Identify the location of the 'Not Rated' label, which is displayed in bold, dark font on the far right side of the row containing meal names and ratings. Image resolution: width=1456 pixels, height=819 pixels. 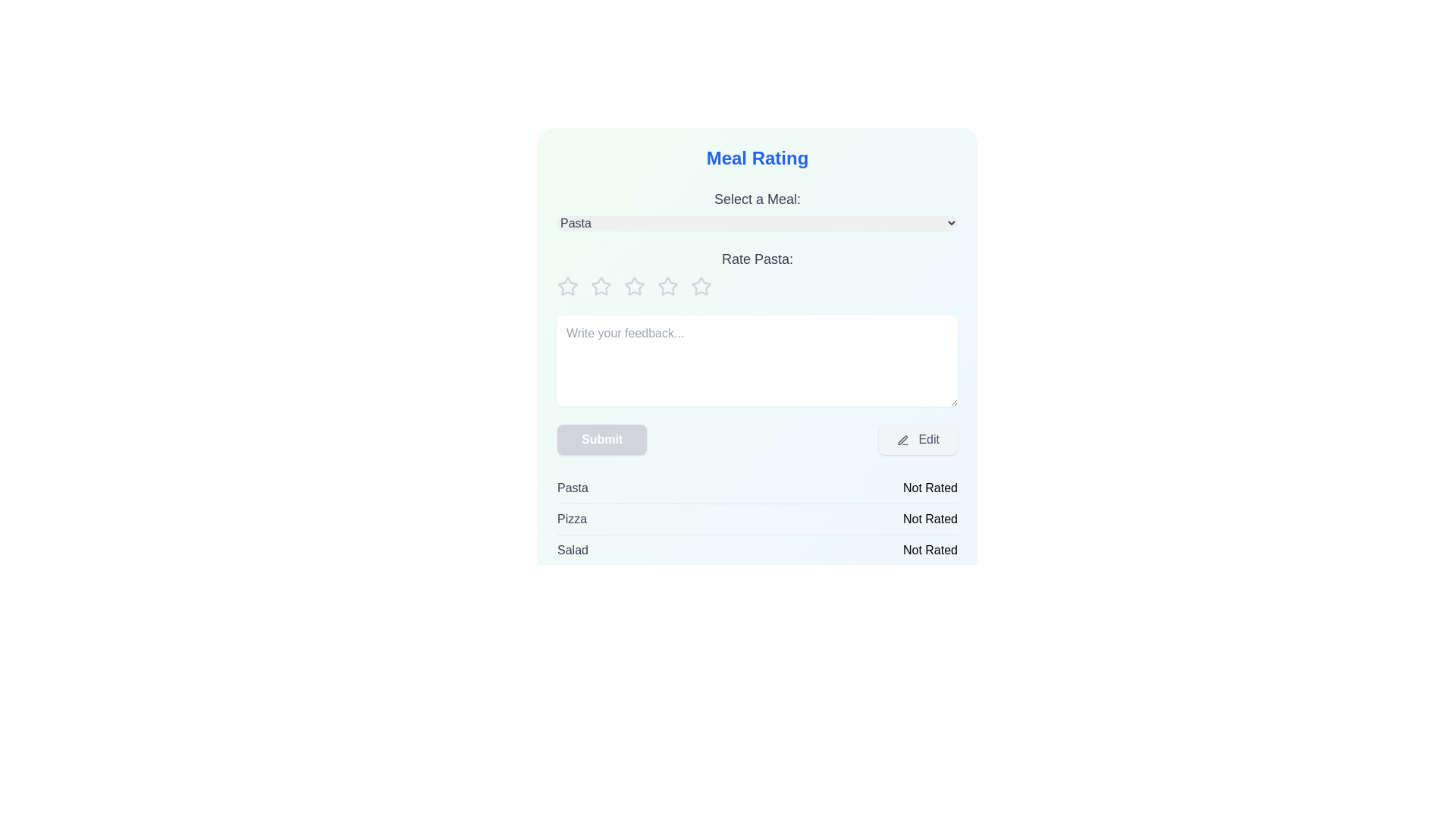
(930, 519).